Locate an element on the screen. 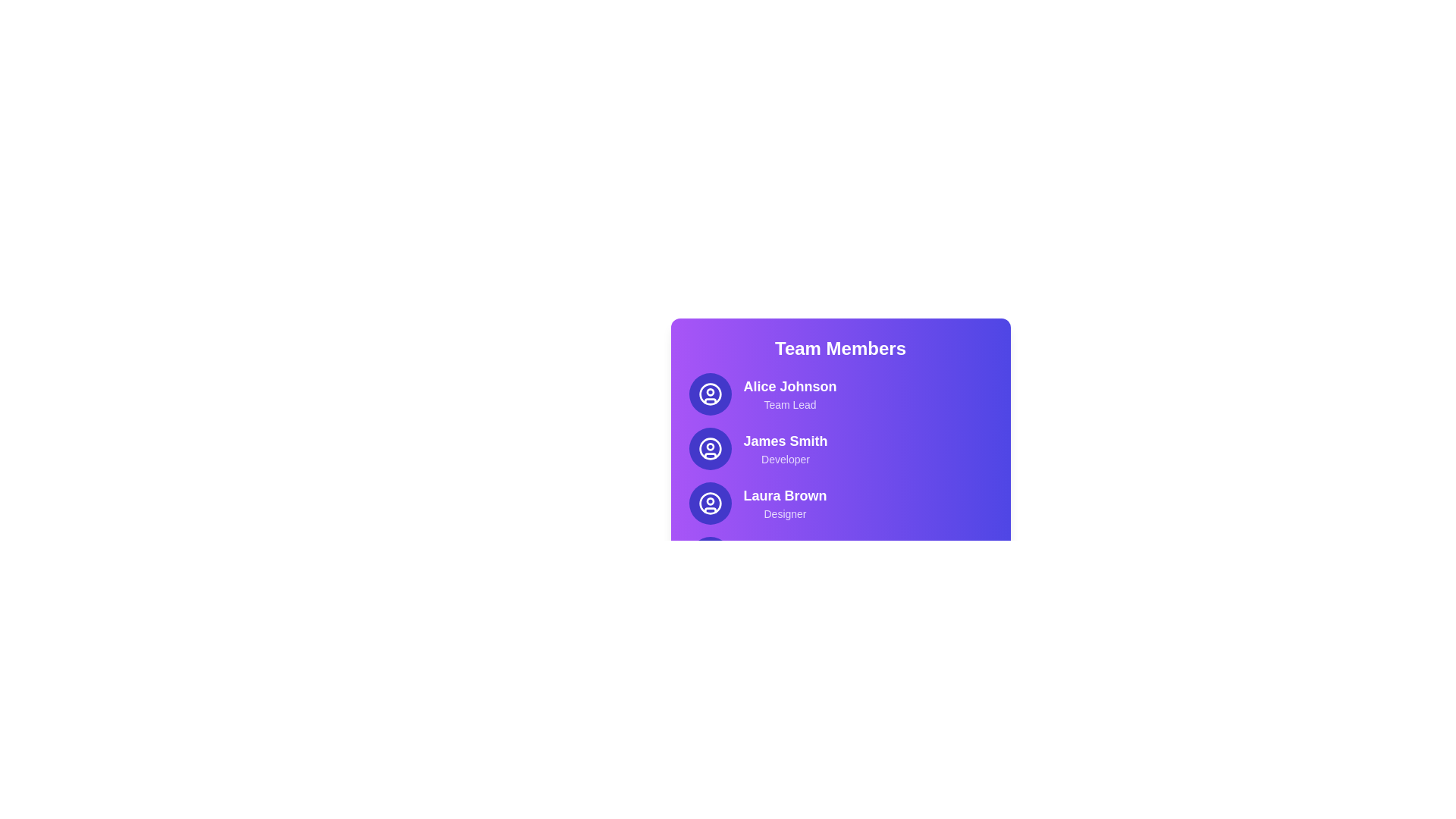  the text label displaying the professional role of 'James Smith', which is the second role label in a vertically aligned list of team members, located under the 'James Smith' name entry is located at coordinates (786, 458).